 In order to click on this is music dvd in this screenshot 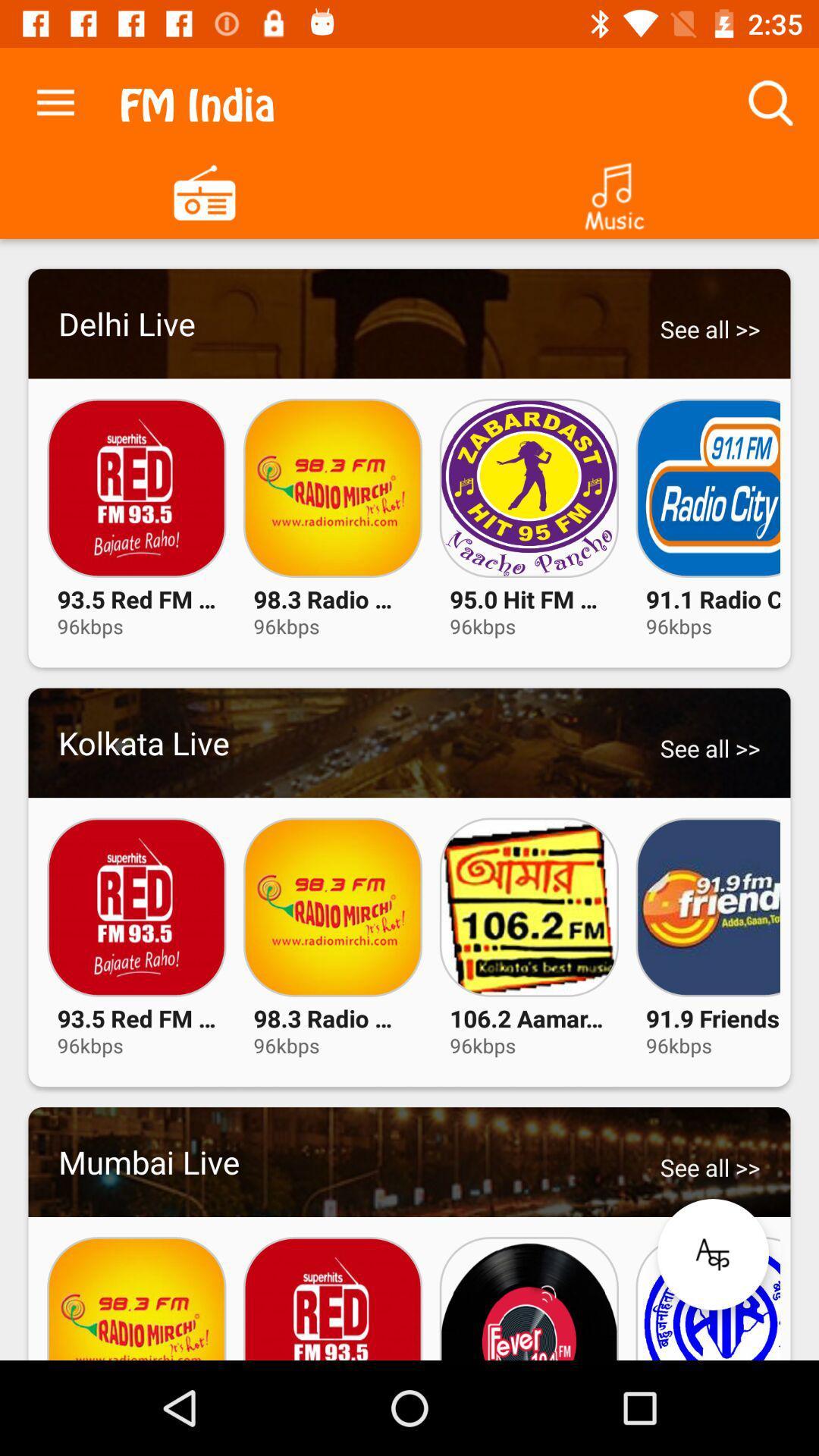, I will do `click(614, 190)`.